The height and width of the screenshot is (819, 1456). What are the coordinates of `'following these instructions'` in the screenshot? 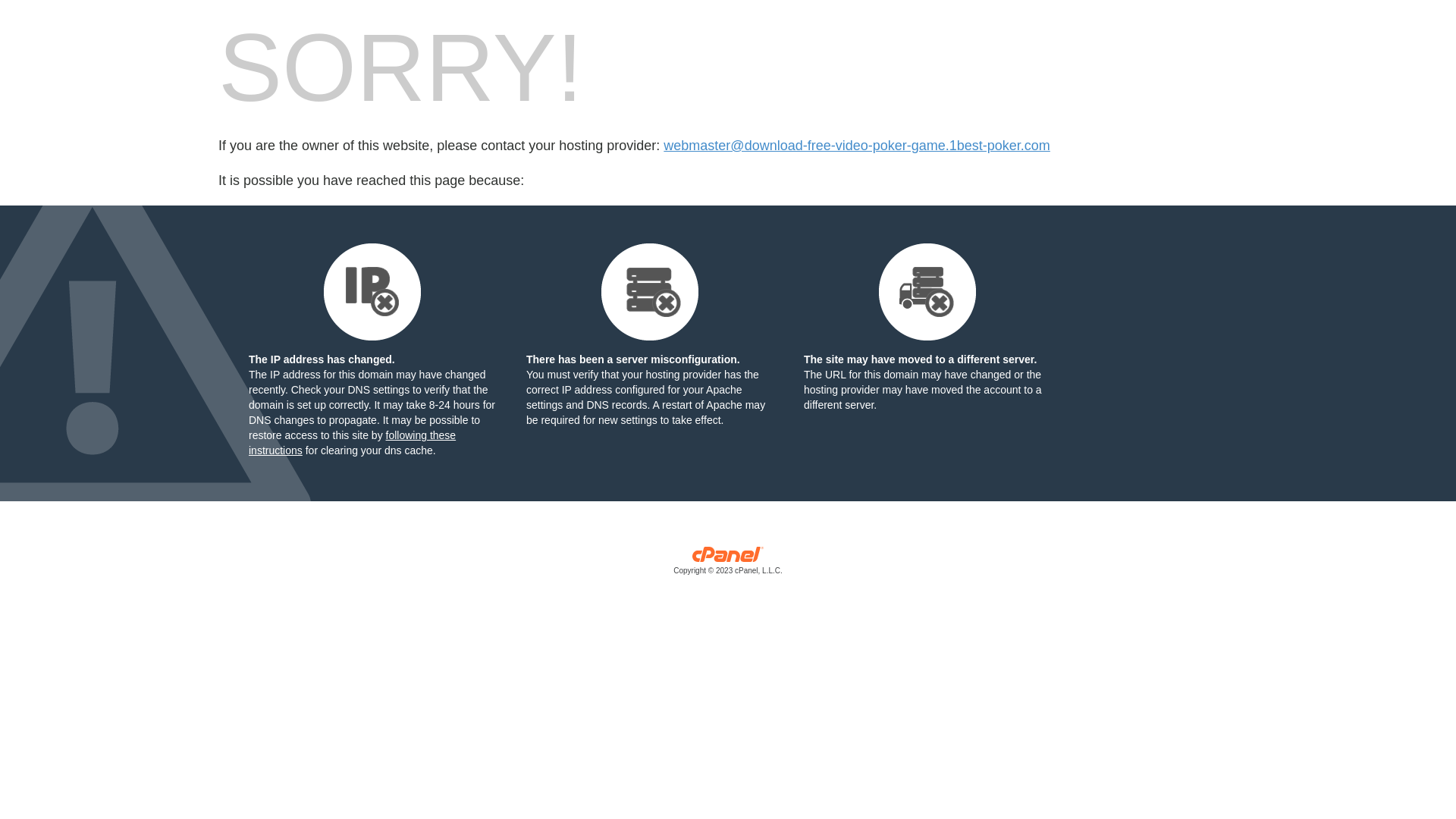 It's located at (351, 442).